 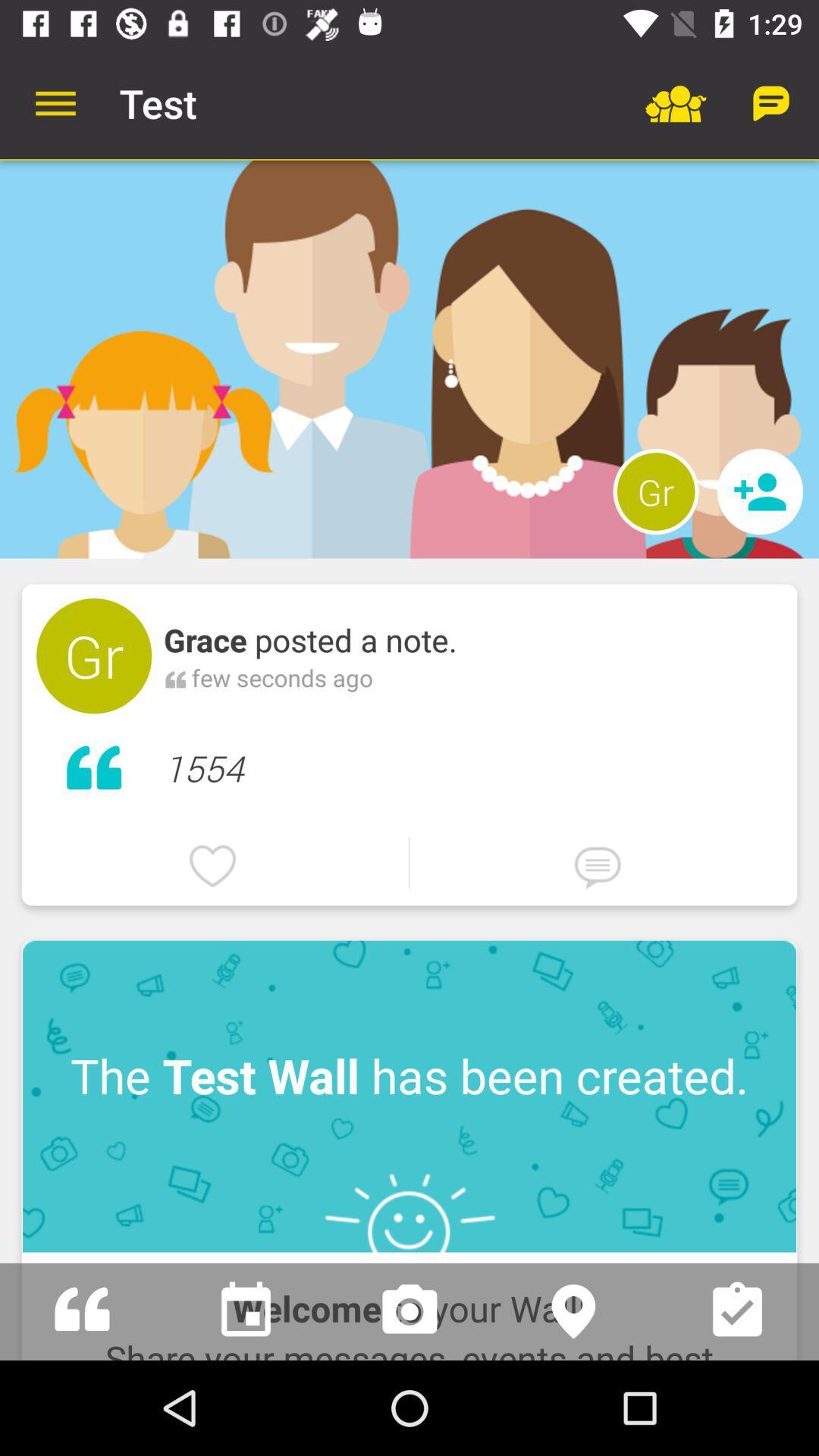 What do you see at coordinates (573, 1310) in the screenshot?
I see `location information` at bounding box center [573, 1310].